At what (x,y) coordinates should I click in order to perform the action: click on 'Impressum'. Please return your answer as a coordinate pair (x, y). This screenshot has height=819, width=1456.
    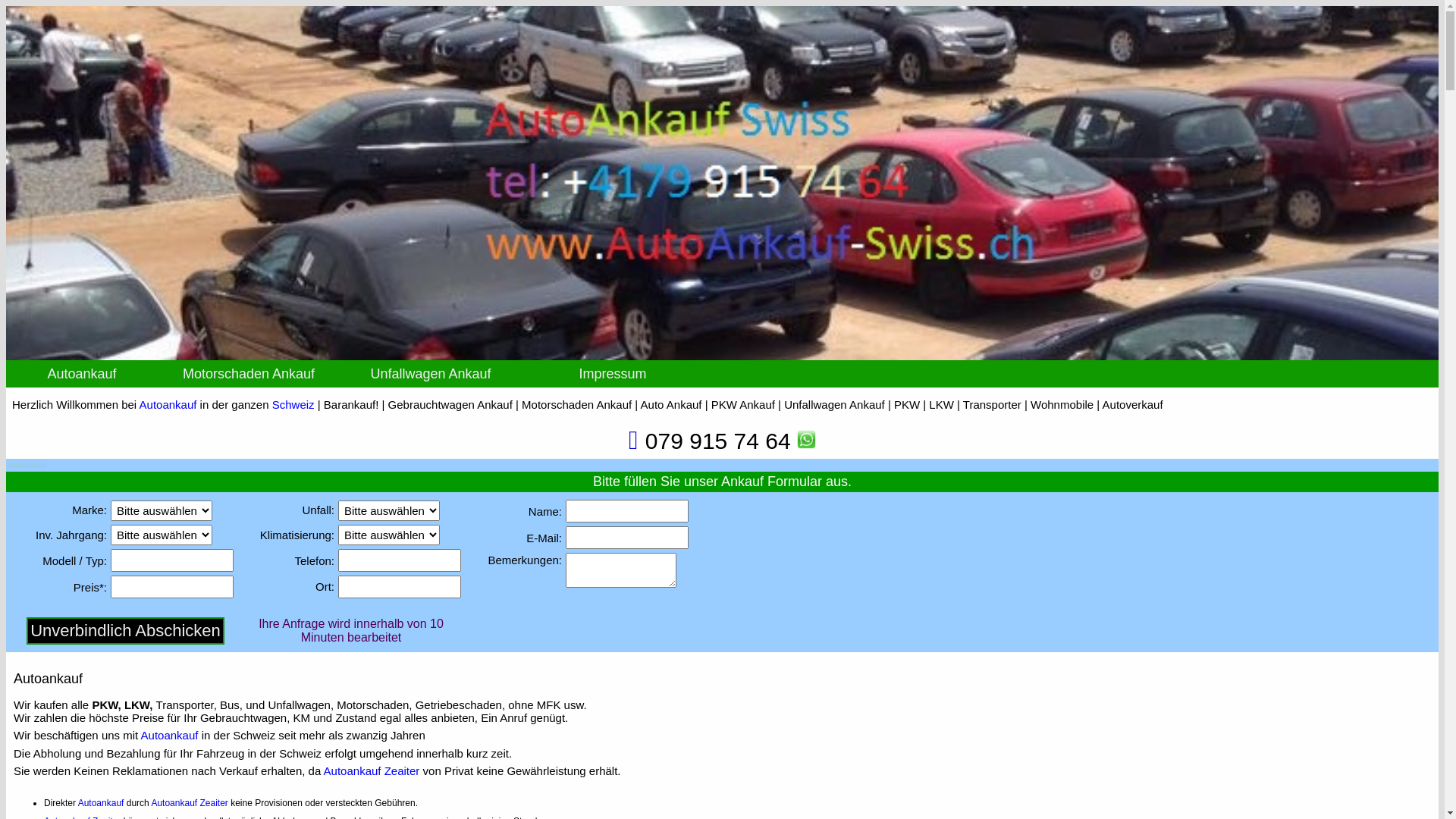
    Looking at the image, I should click on (612, 374).